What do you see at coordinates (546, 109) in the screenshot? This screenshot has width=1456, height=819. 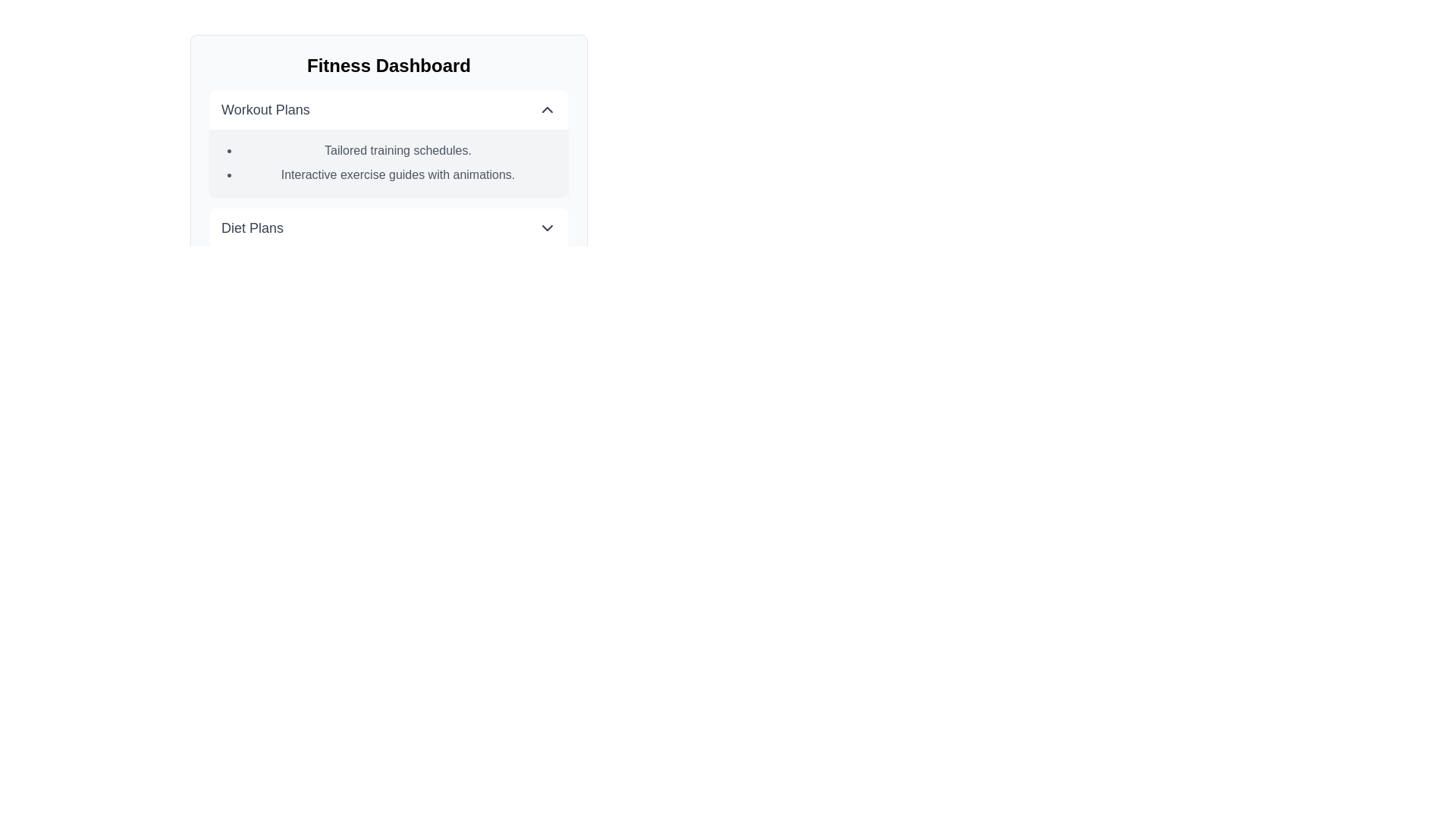 I see `the toggle icon in the 'Workout Plans' header section` at bounding box center [546, 109].